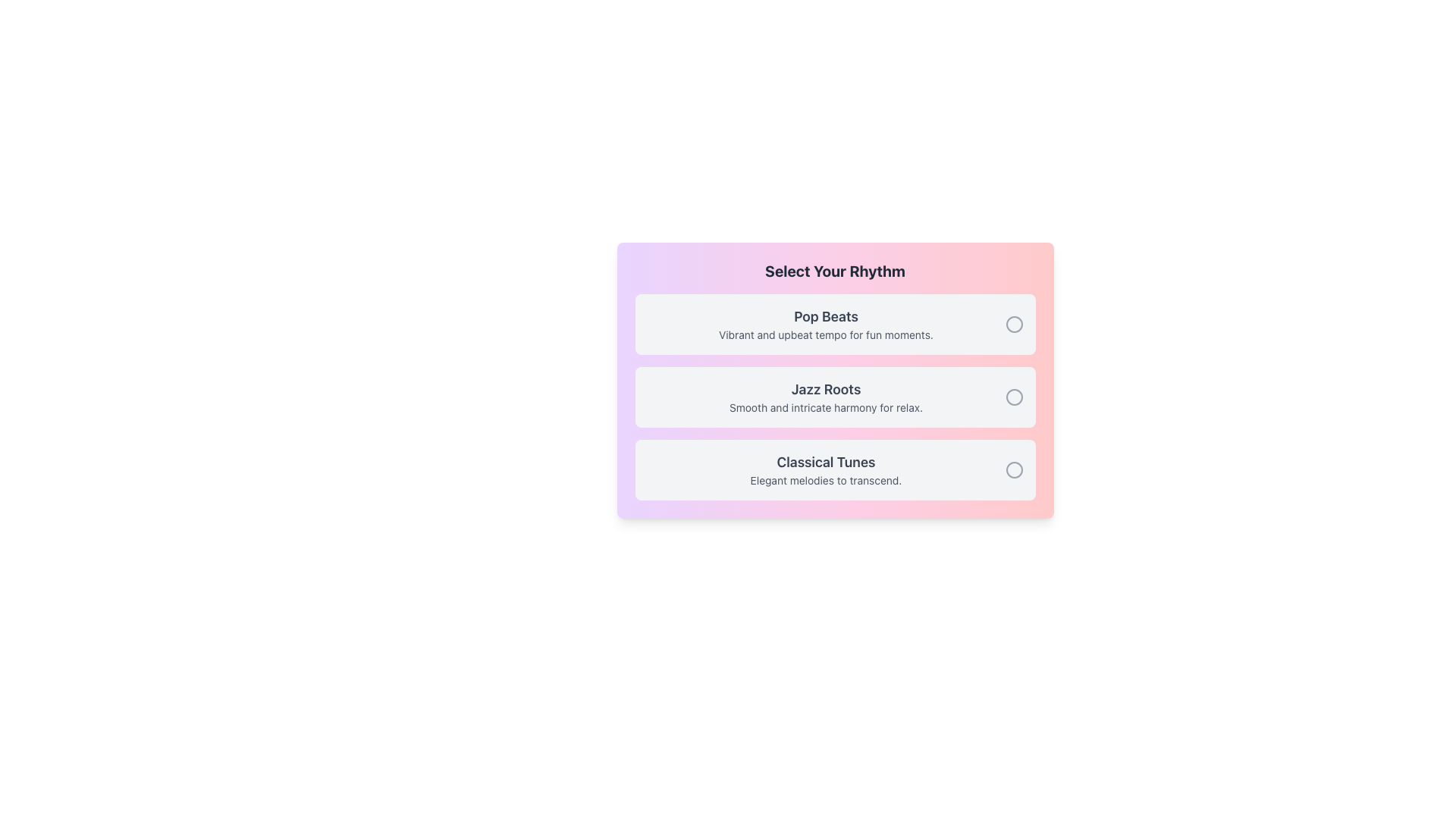 The height and width of the screenshot is (819, 1456). I want to click on the SVG Circle Indicator associated with the 'Classical Tunes' option, which is the third item in a vertical list of selectable items, so click(1014, 469).